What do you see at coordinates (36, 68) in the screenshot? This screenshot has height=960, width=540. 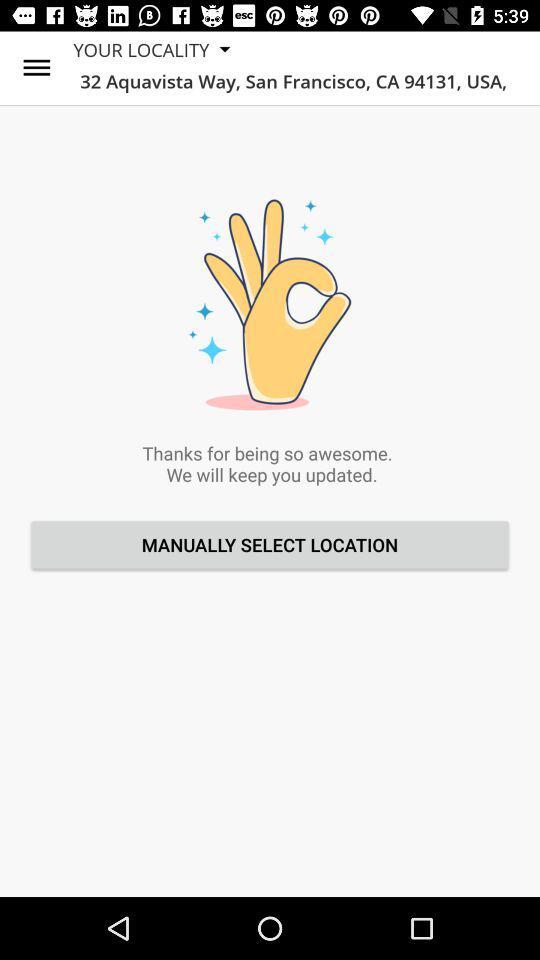 I see `the item above manually select location item` at bounding box center [36, 68].